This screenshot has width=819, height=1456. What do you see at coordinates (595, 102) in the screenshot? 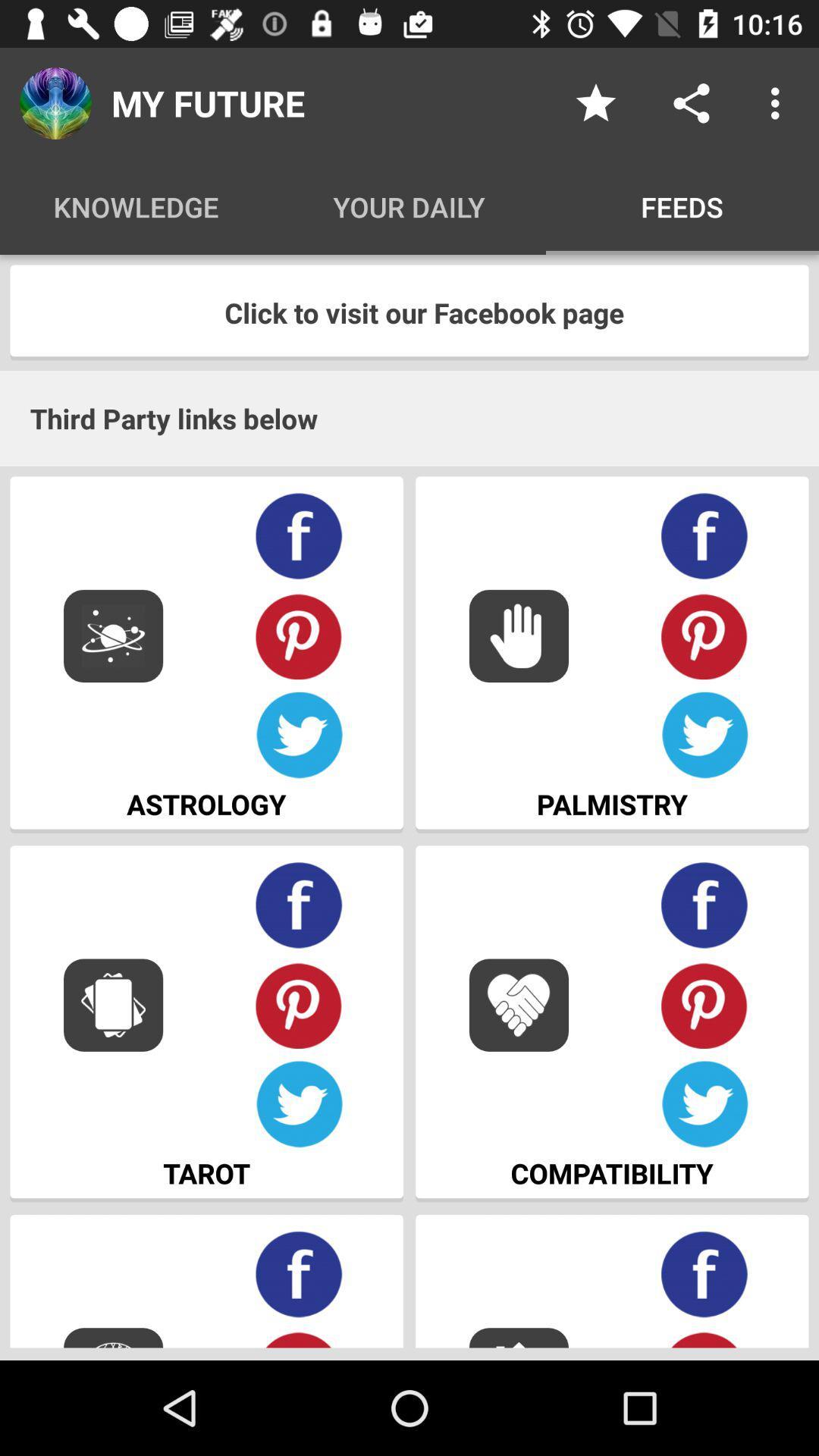
I see `icon above the feeds` at bounding box center [595, 102].